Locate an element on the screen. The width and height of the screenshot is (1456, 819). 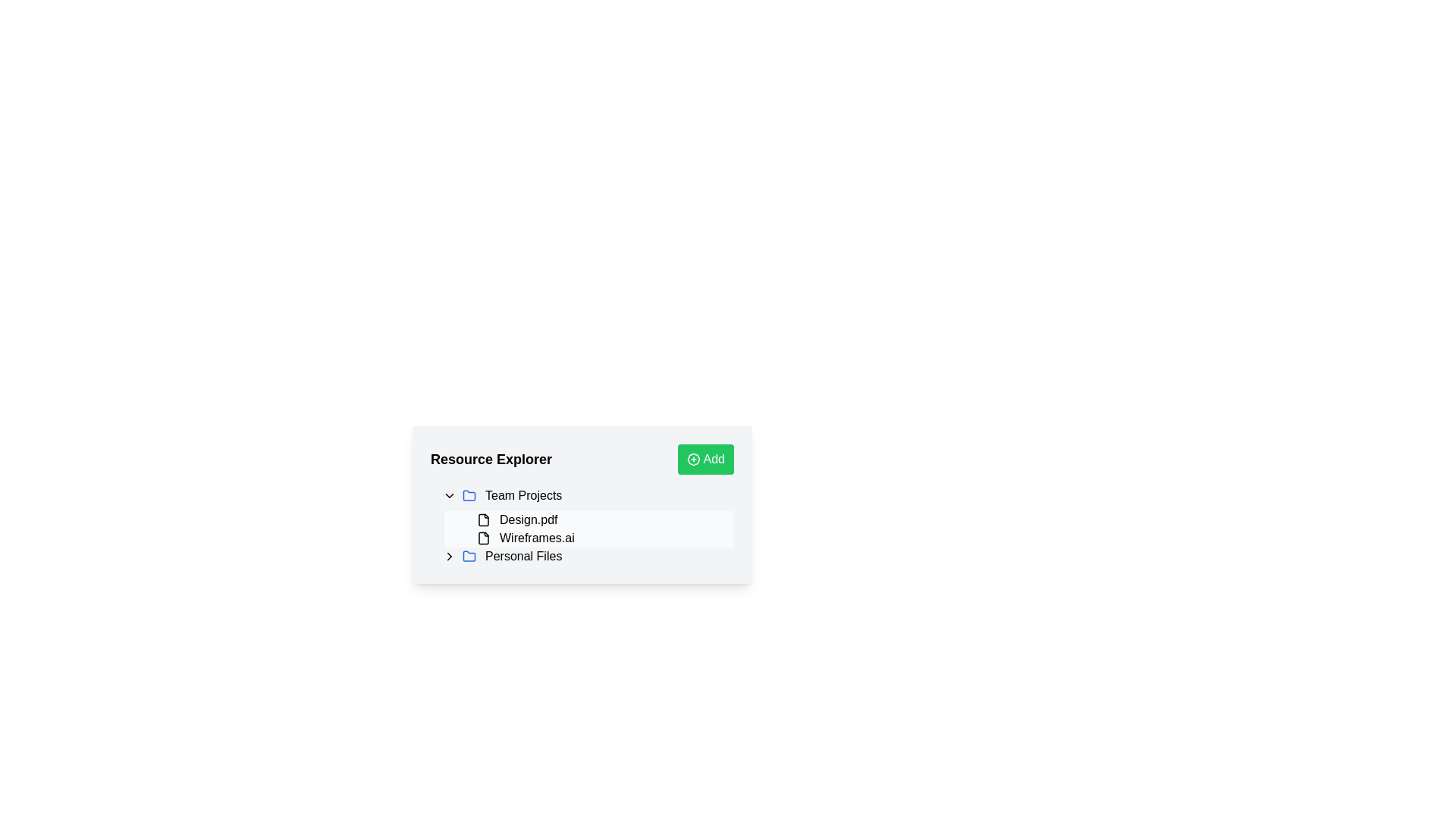
folder icon element, which is a blue minimalist folder located to the right of the arrow toggle and just before the 'Team Projects' label is located at coordinates (469, 496).